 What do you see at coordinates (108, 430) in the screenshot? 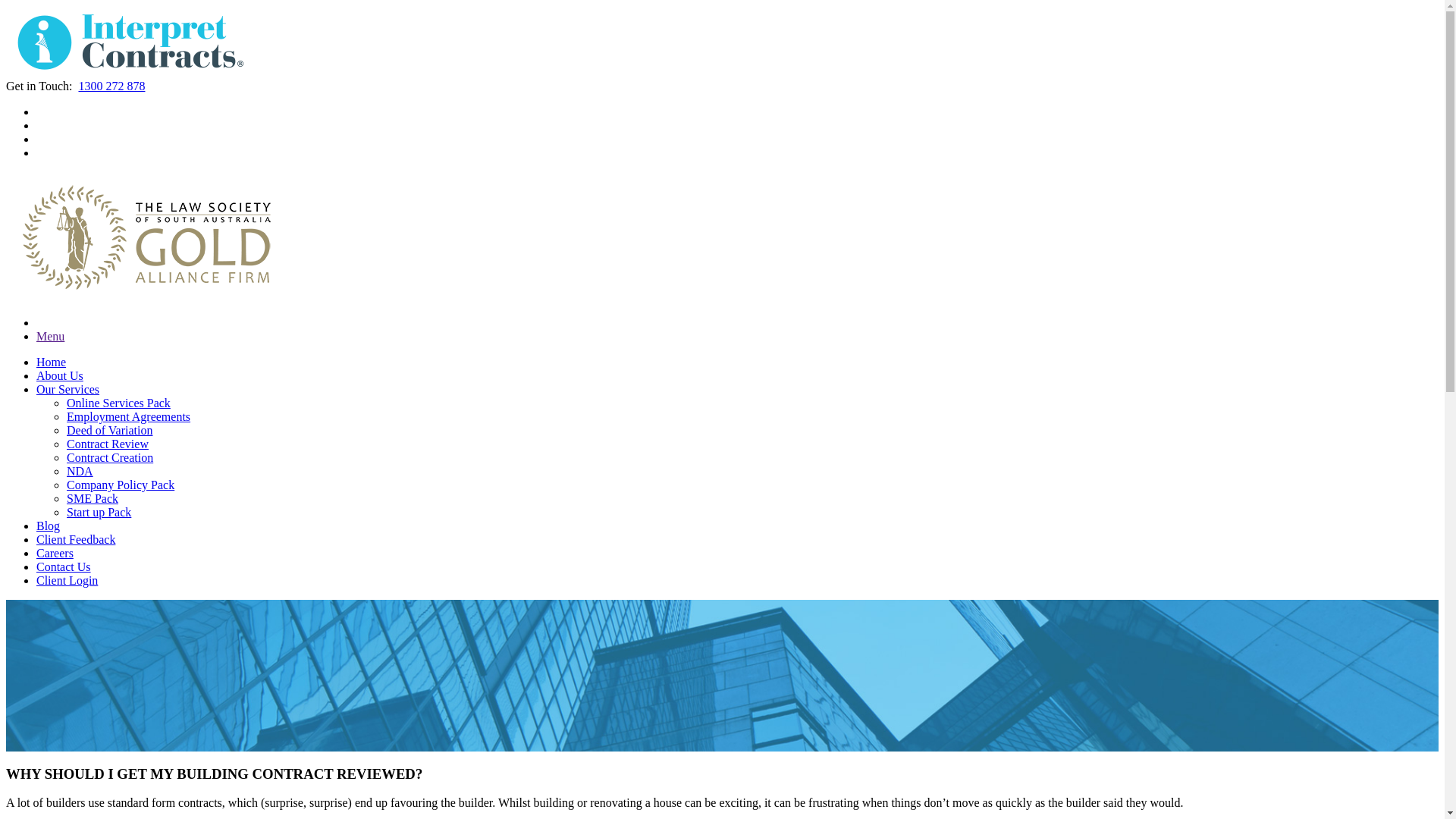
I see `'Deed of Variation'` at bounding box center [108, 430].